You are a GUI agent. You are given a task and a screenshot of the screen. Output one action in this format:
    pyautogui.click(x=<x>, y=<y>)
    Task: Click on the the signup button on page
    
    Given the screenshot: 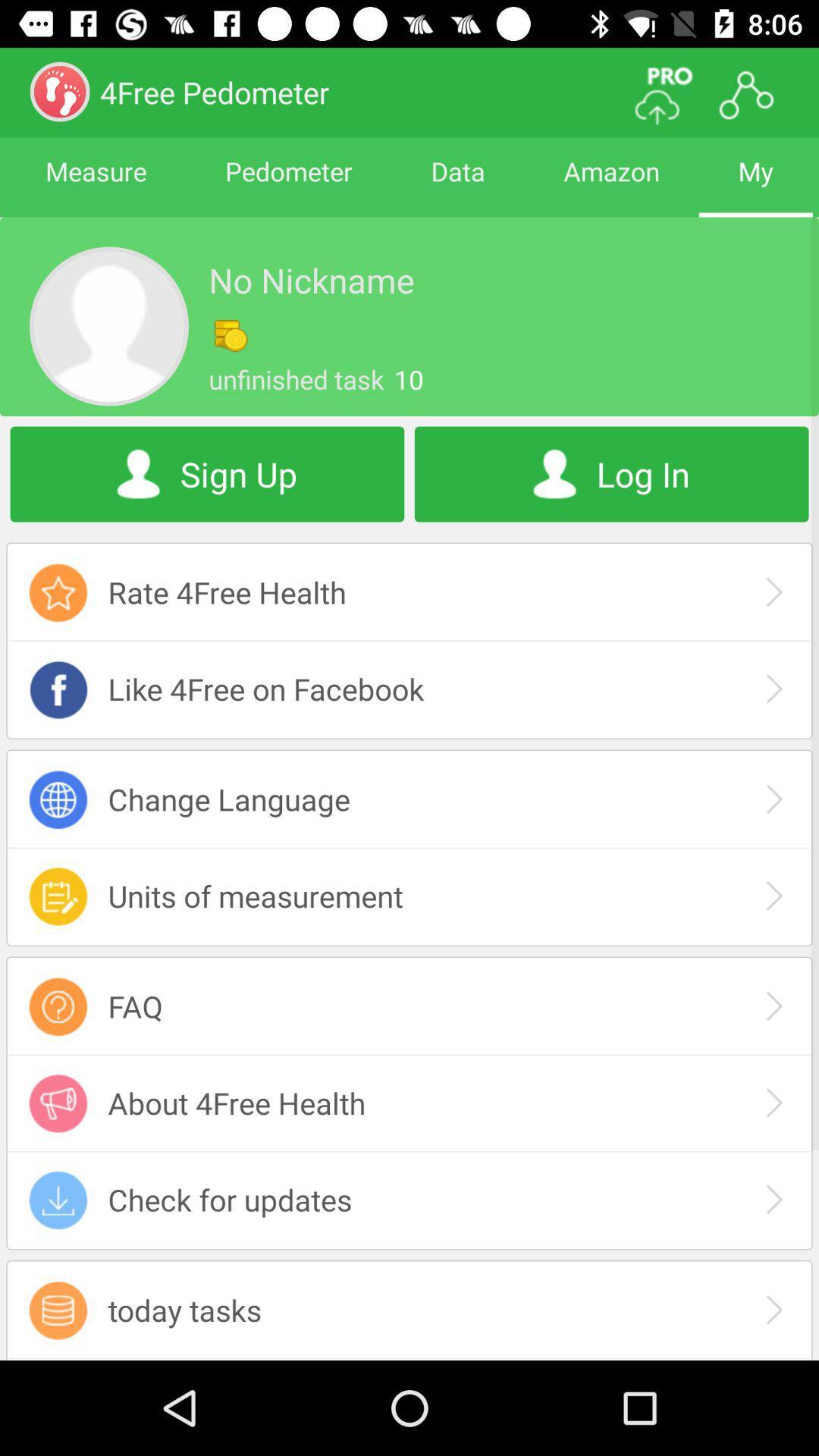 What is the action you would take?
    pyautogui.click(x=207, y=473)
    